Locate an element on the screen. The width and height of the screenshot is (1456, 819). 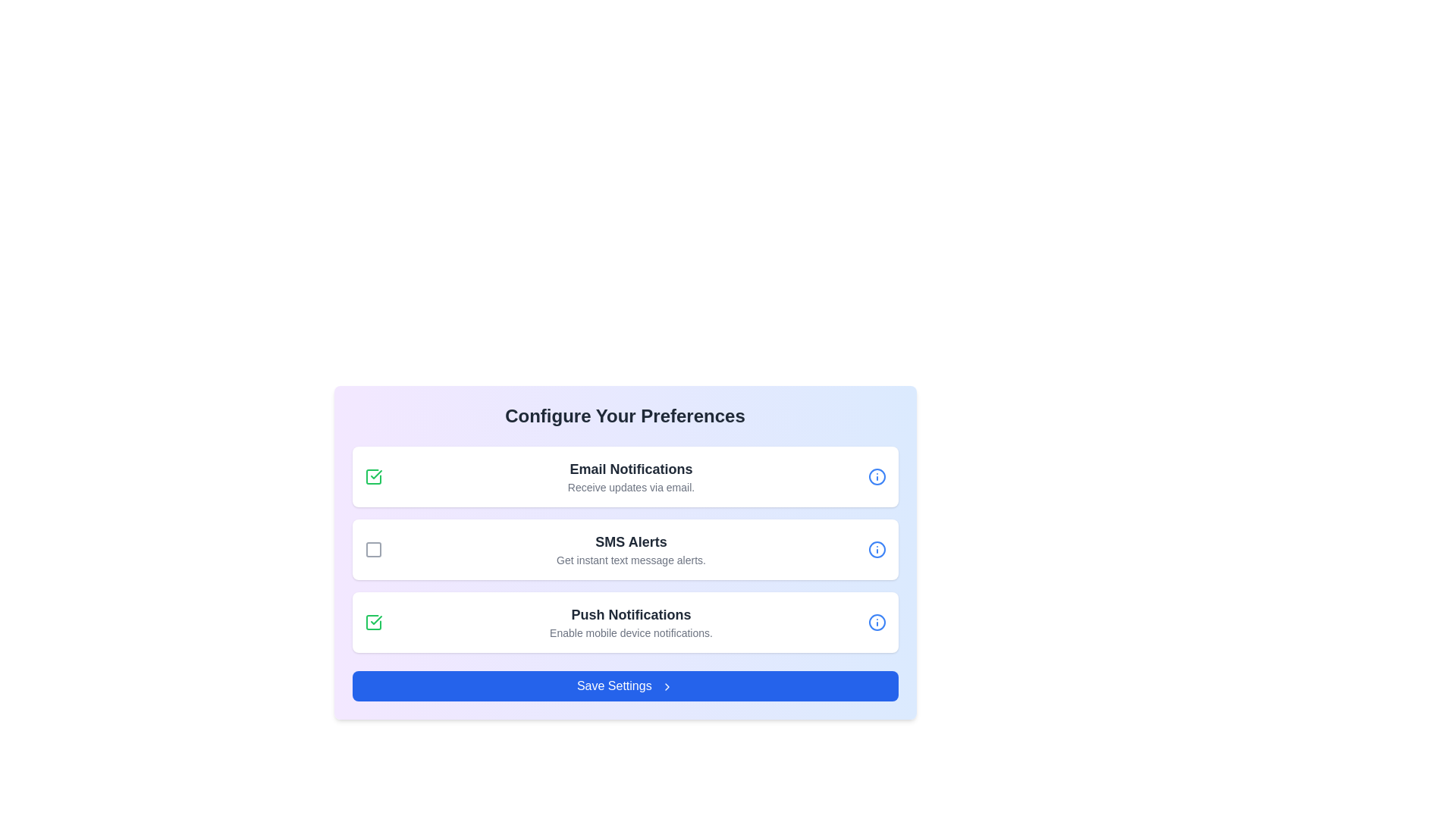
the 'Email Notifications' text label which serves as the title for the section that provides information about email updates is located at coordinates (631, 468).